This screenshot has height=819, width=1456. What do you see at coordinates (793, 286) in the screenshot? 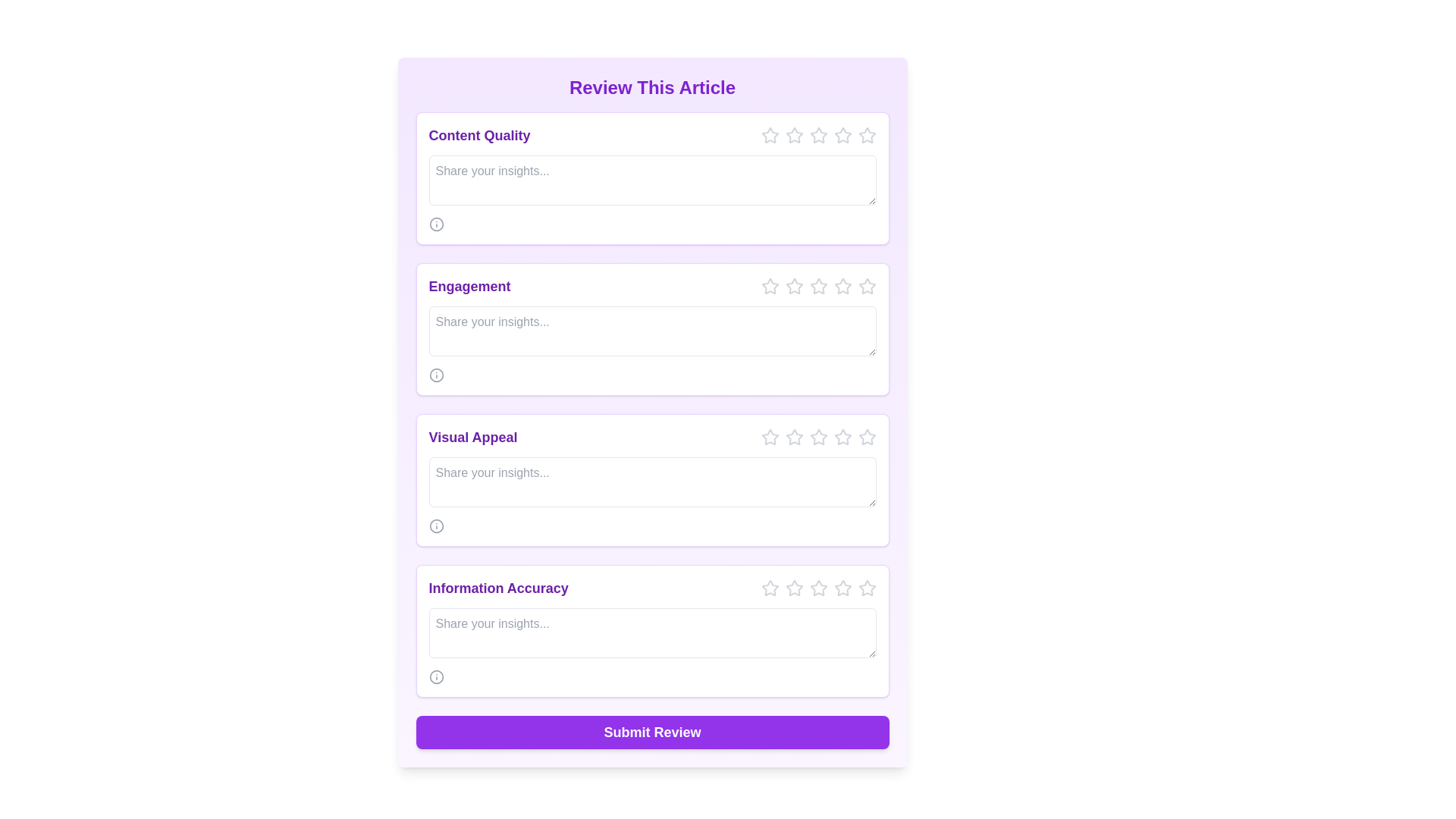
I see `the first star icon used for rating the 'Engagement' aspect of the content, located immediately after the text input box labeled 'Share your insights...'` at bounding box center [793, 286].